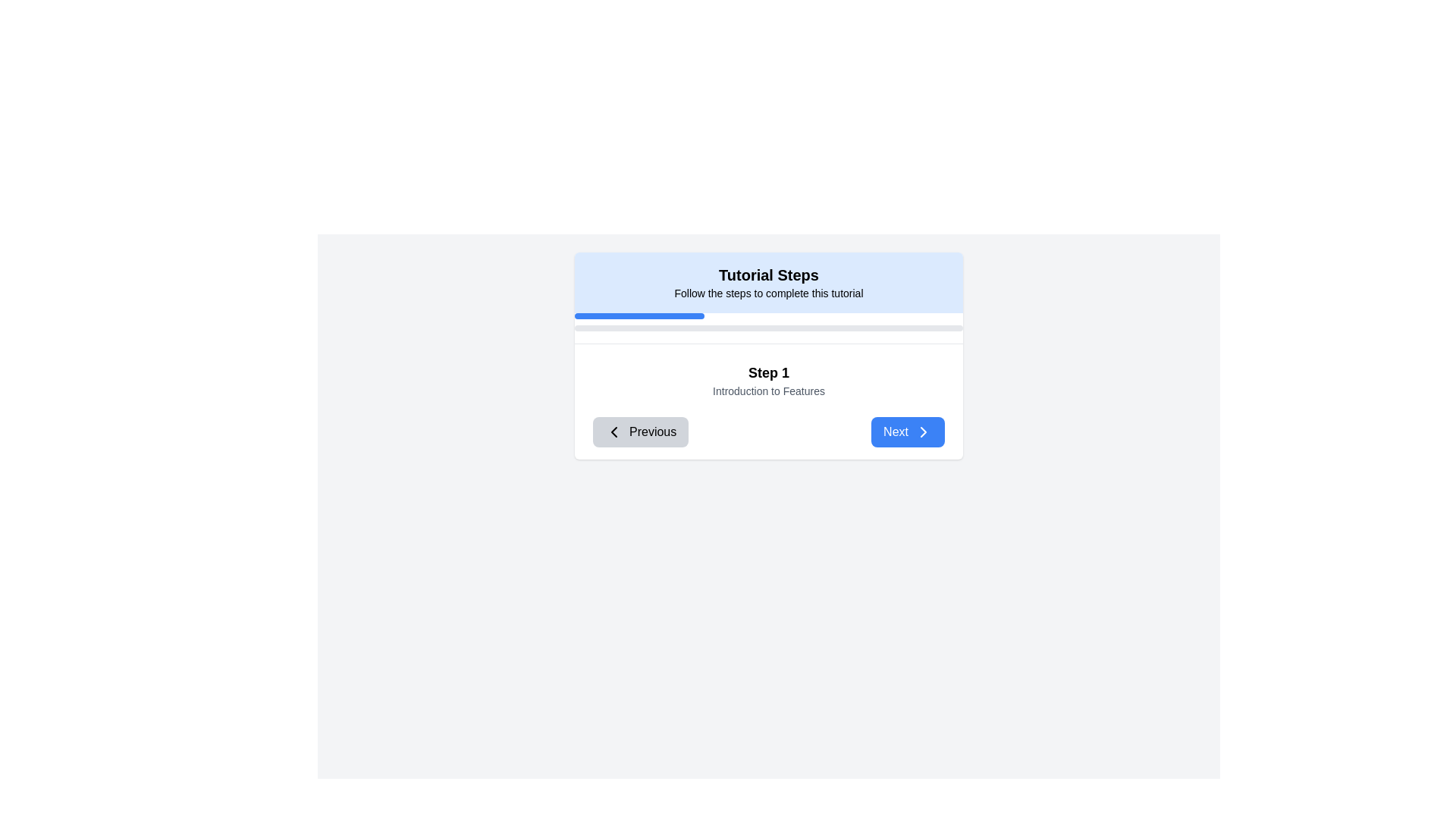 The width and height of the screenshot is (1456, 819). Describe the element at coordinates (614, 432) in the screenshot. I see `the 'Previous' button icon located` at that location.